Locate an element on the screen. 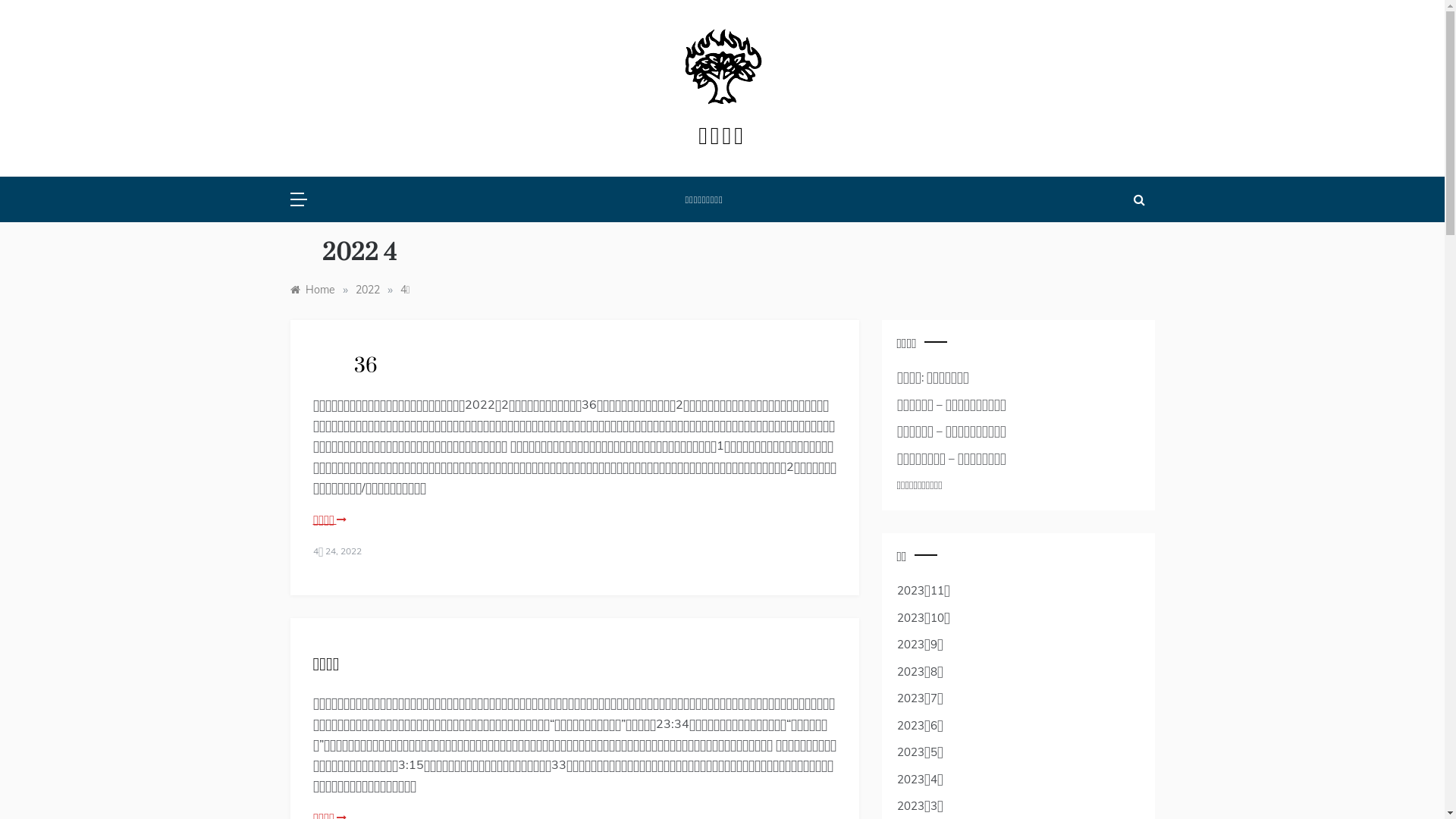  'Home' is located at coordinates (311, 289).